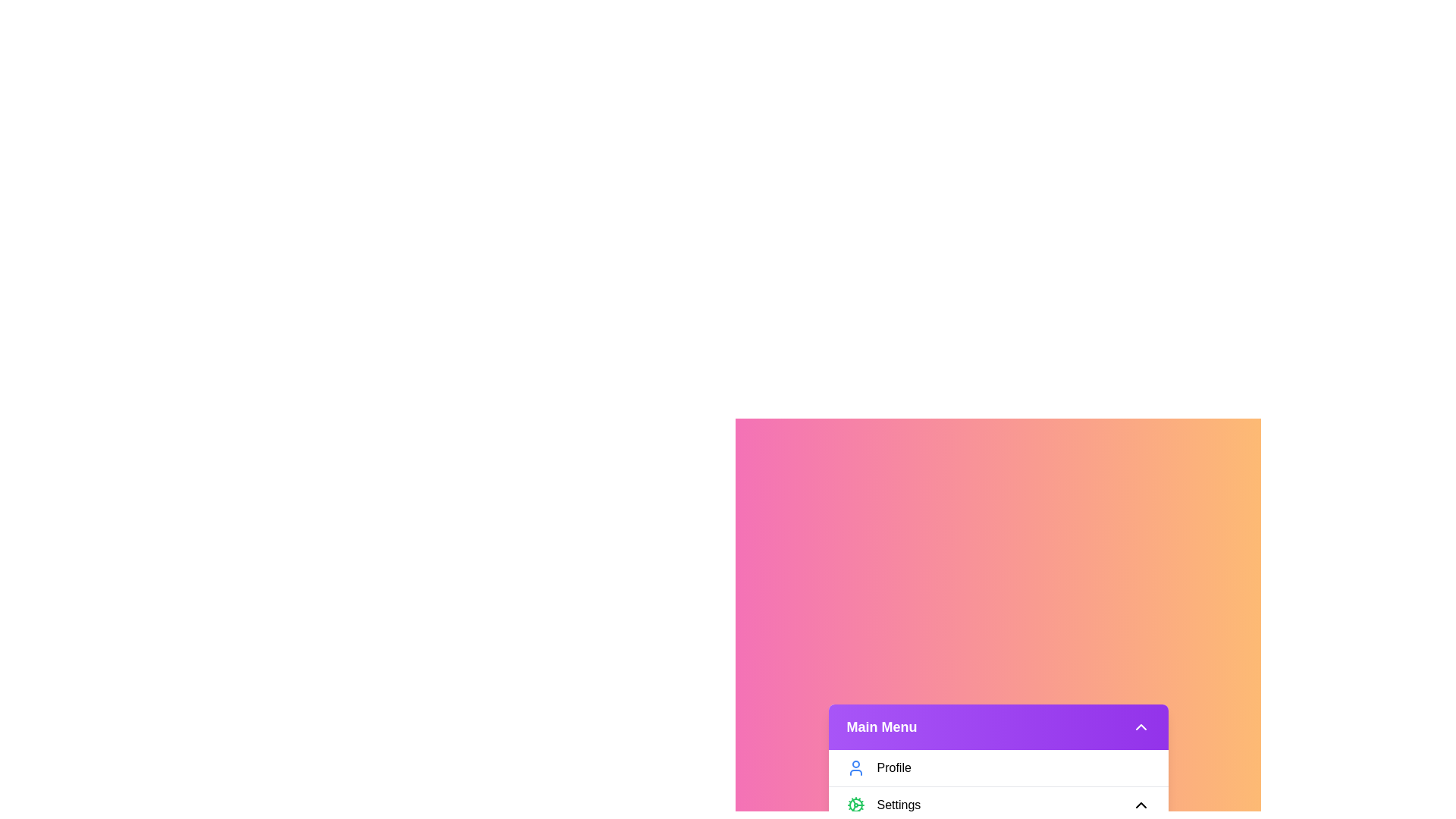  I want to click on the blue person silhouette icon located in the 'Profile' menu, positioned to the left of the 'Profile' text, so click(855, 767).